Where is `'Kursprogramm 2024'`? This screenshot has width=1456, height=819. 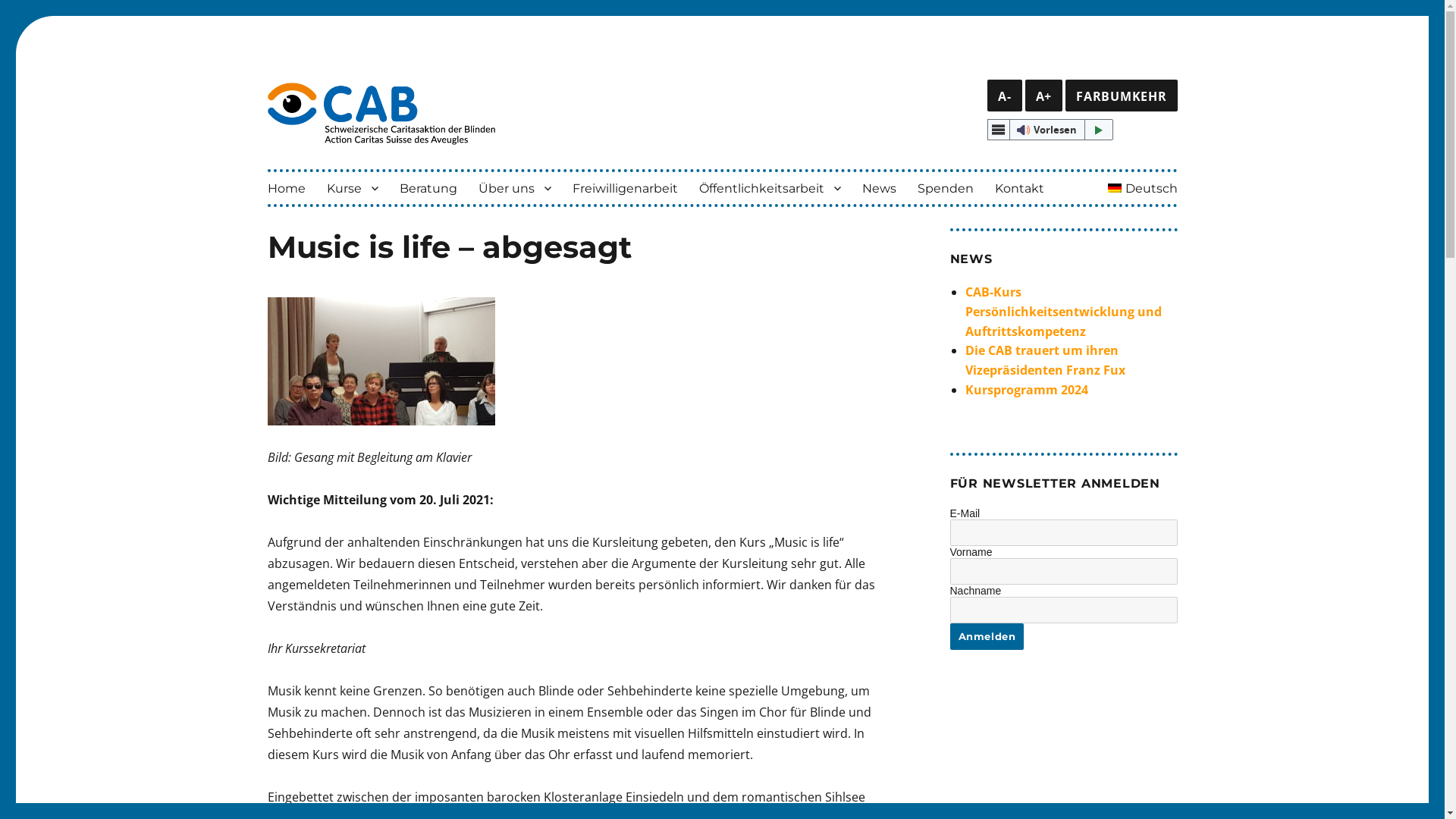 'Kursprogramm 2024' is located at coordinates (1026, 388).